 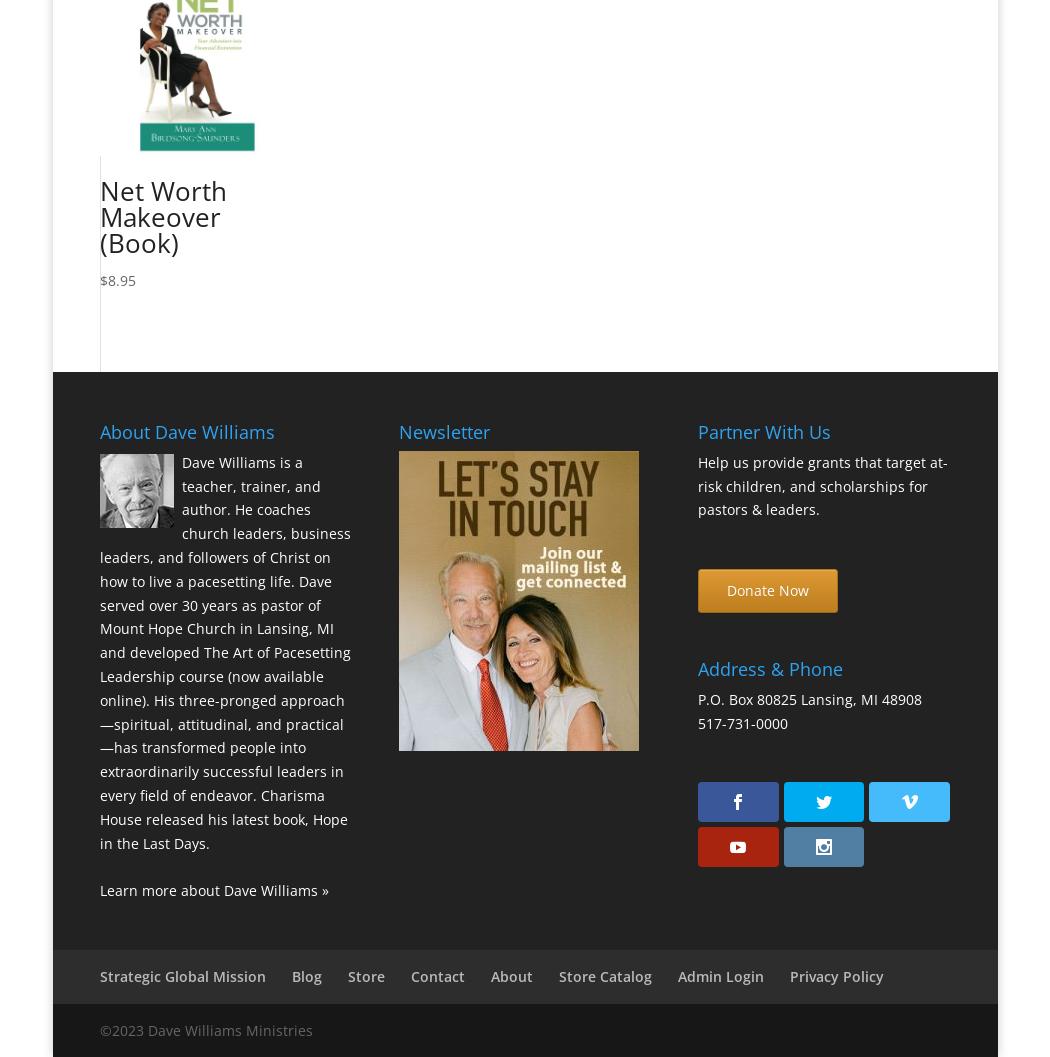 What do you see at coordinates (289, 975) in the screenshot?
I see `'Blog'` at bounding box center [289, 975].